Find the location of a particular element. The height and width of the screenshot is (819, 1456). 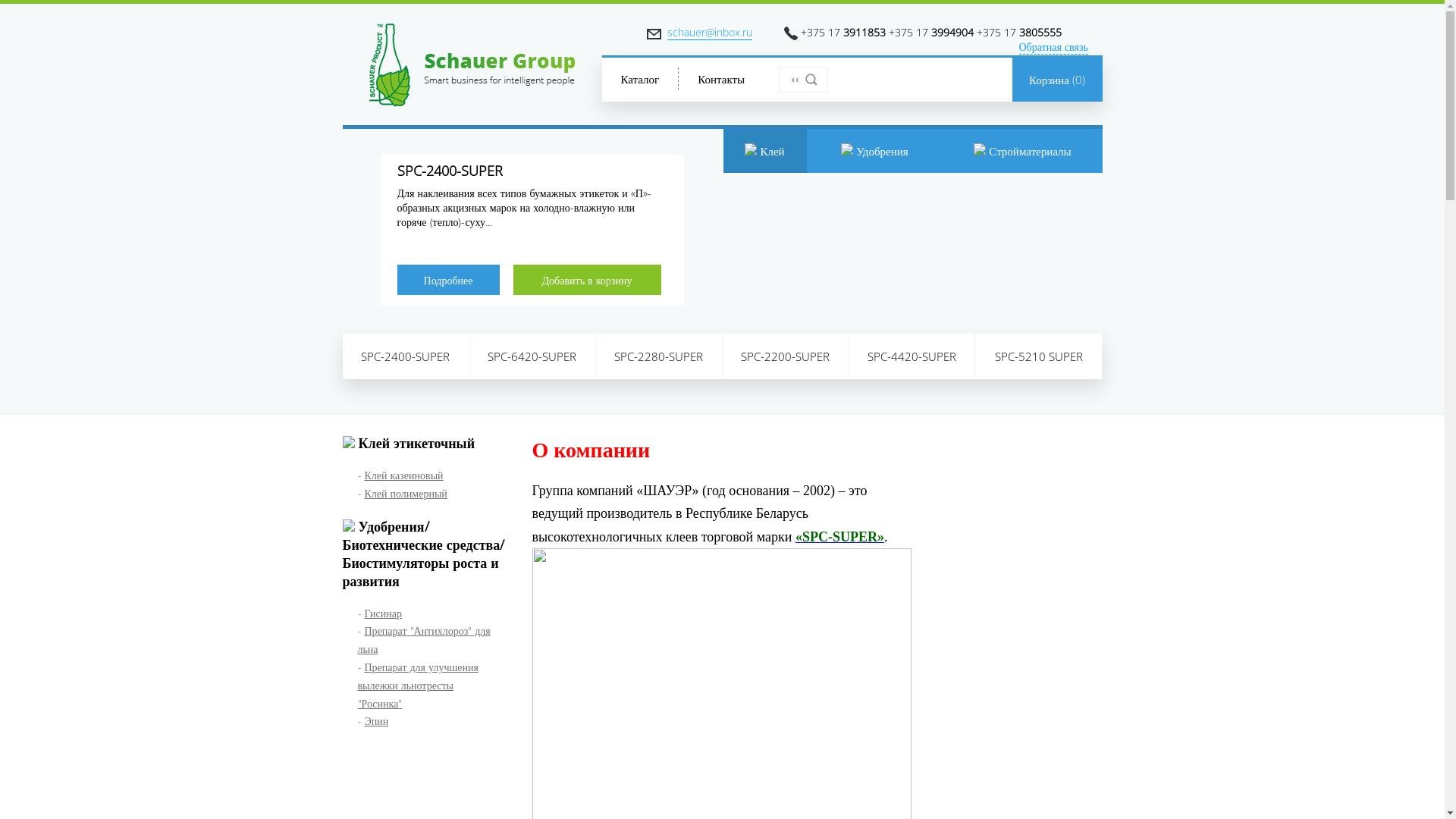

'SPC-2280-SUPER' is located at coordinates (595, 356).